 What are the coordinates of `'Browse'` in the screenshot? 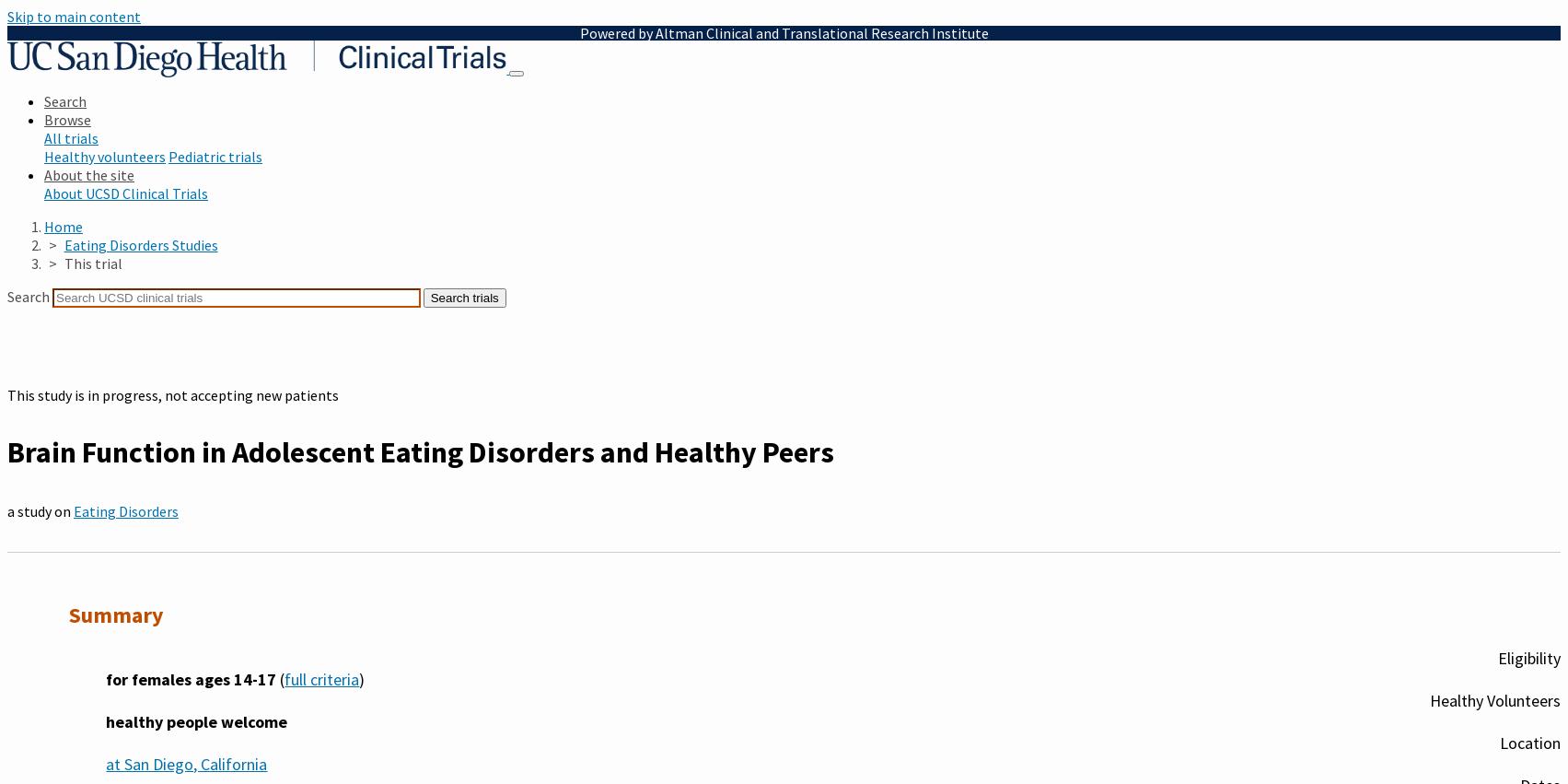 It's located at (67, 120).